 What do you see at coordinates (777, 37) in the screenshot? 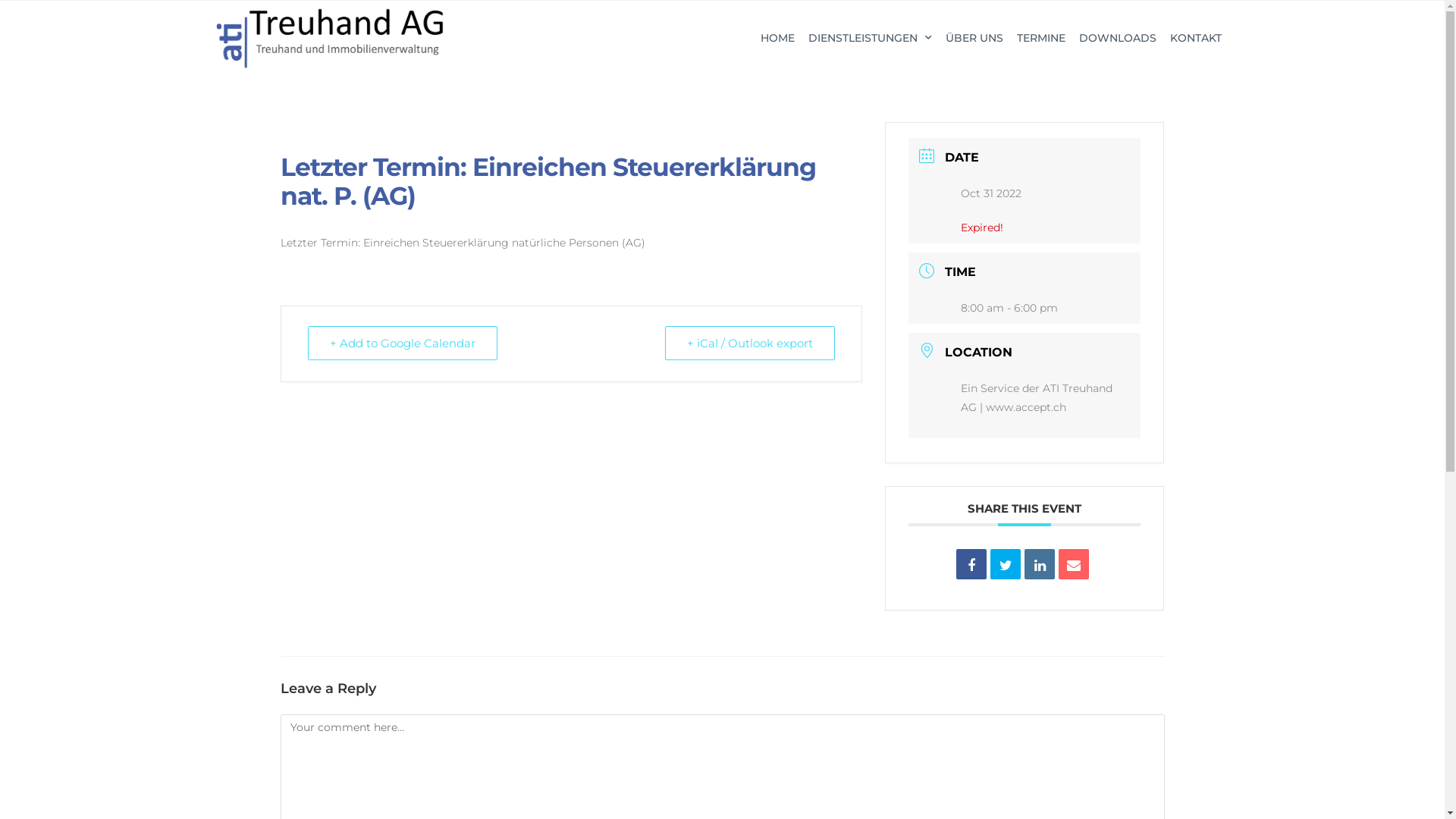
I see `'HOME'` at bounding box center [777, 37].